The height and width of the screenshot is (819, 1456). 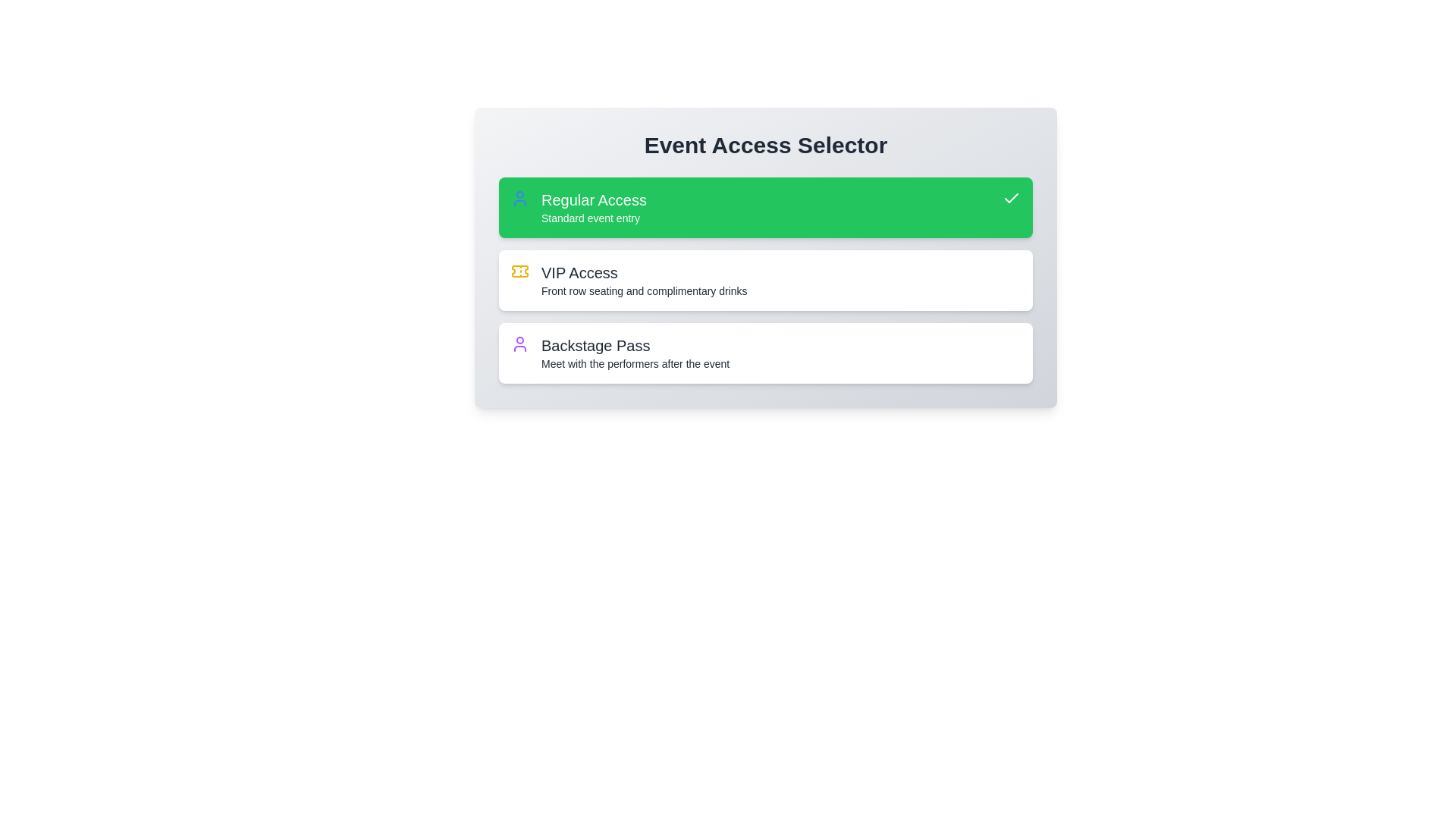 I want to click on the stylized user icon in the 'Backstage Pass' card, which features a circular head and an arched body outline in purple color, so click(x=520, y=353).